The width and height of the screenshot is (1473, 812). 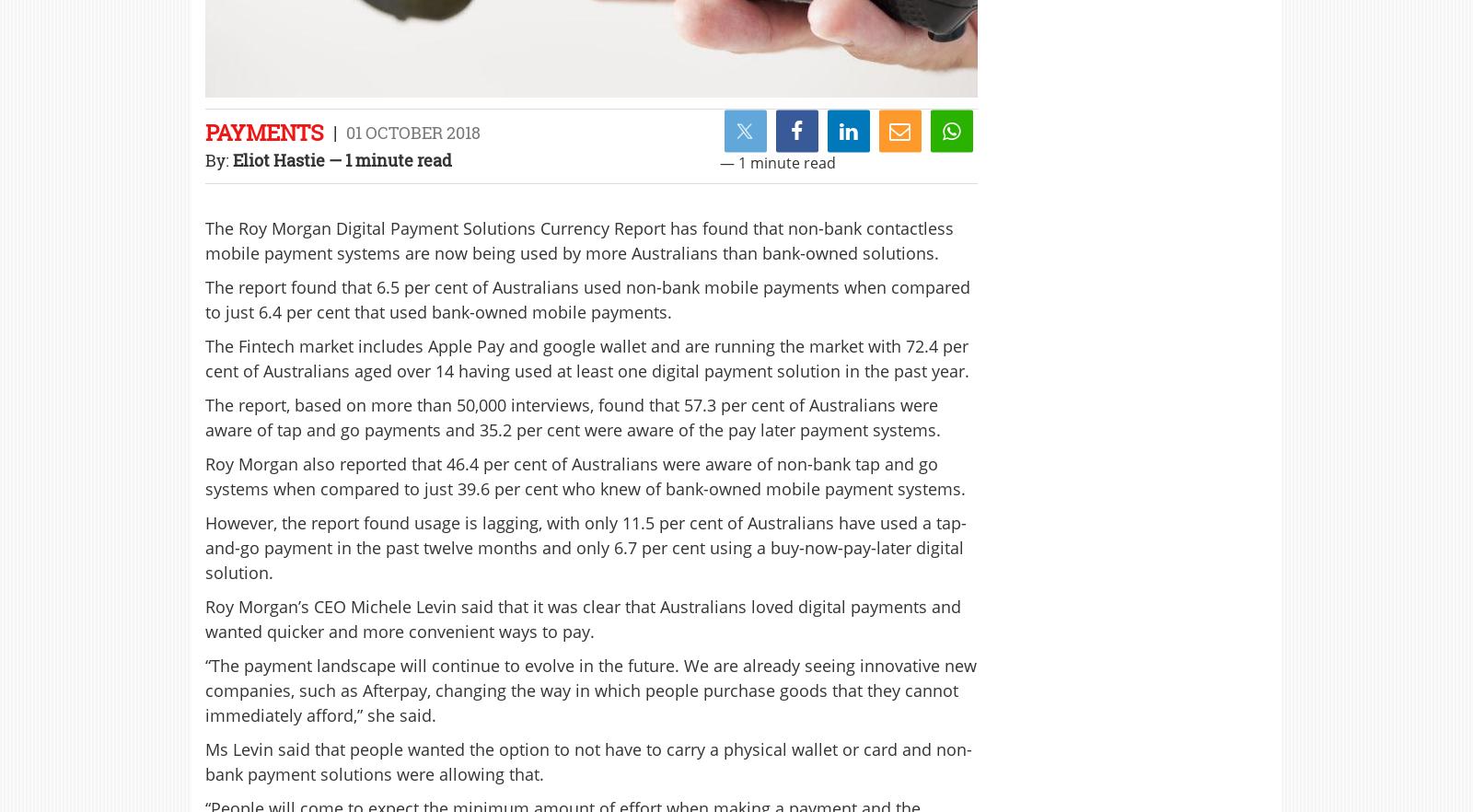 I want to click on '|', so click(x=335, y=133).